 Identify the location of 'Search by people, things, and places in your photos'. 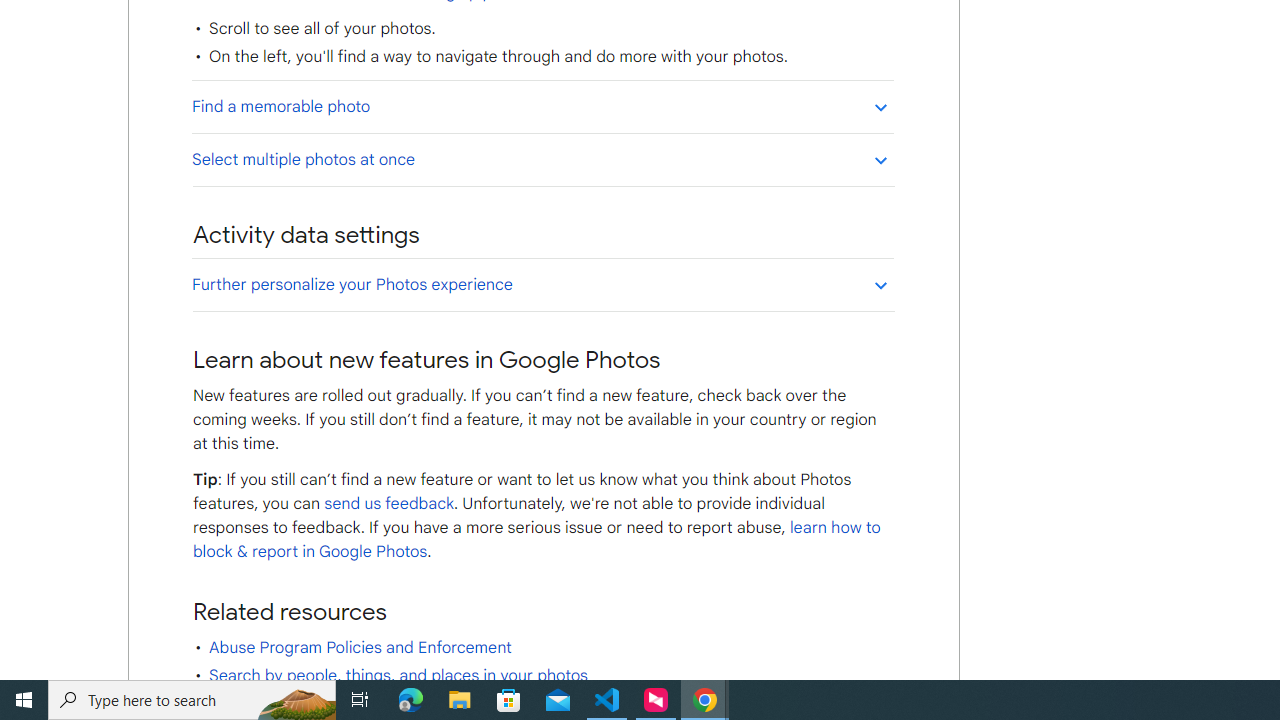
(398, 675).